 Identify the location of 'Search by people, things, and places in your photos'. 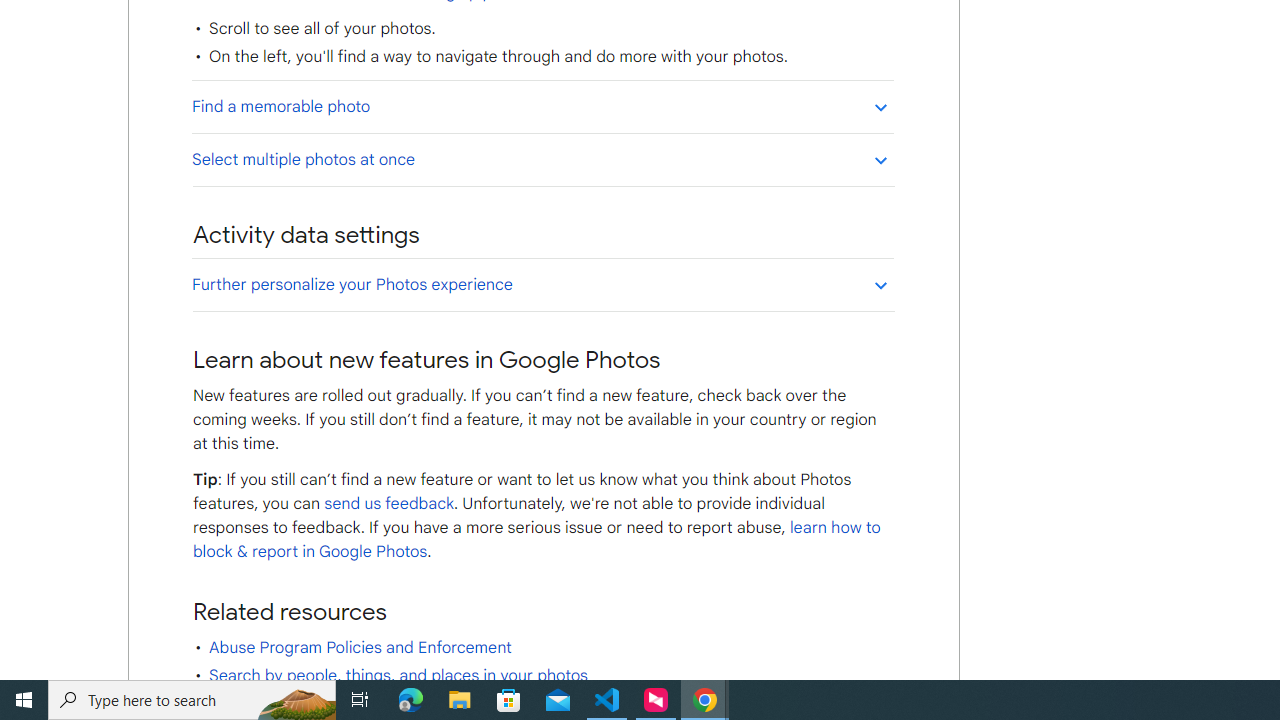
(398, 675).